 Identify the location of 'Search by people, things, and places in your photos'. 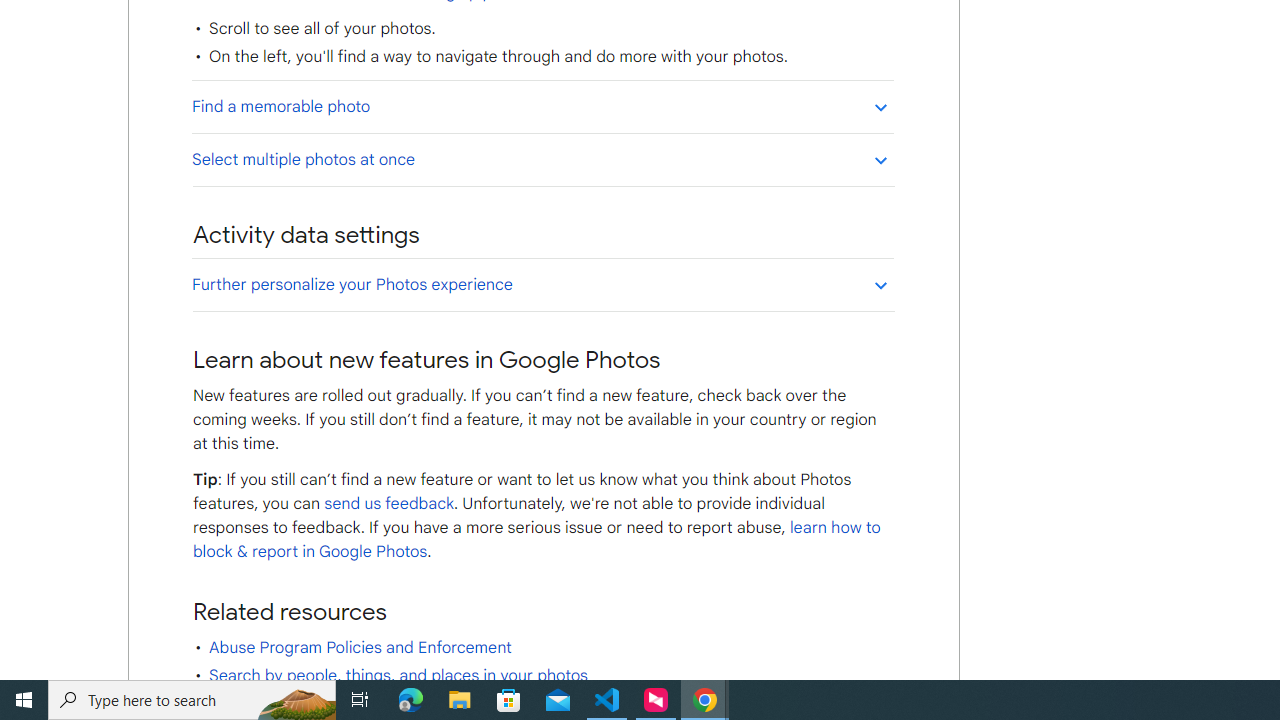
(398, 675).